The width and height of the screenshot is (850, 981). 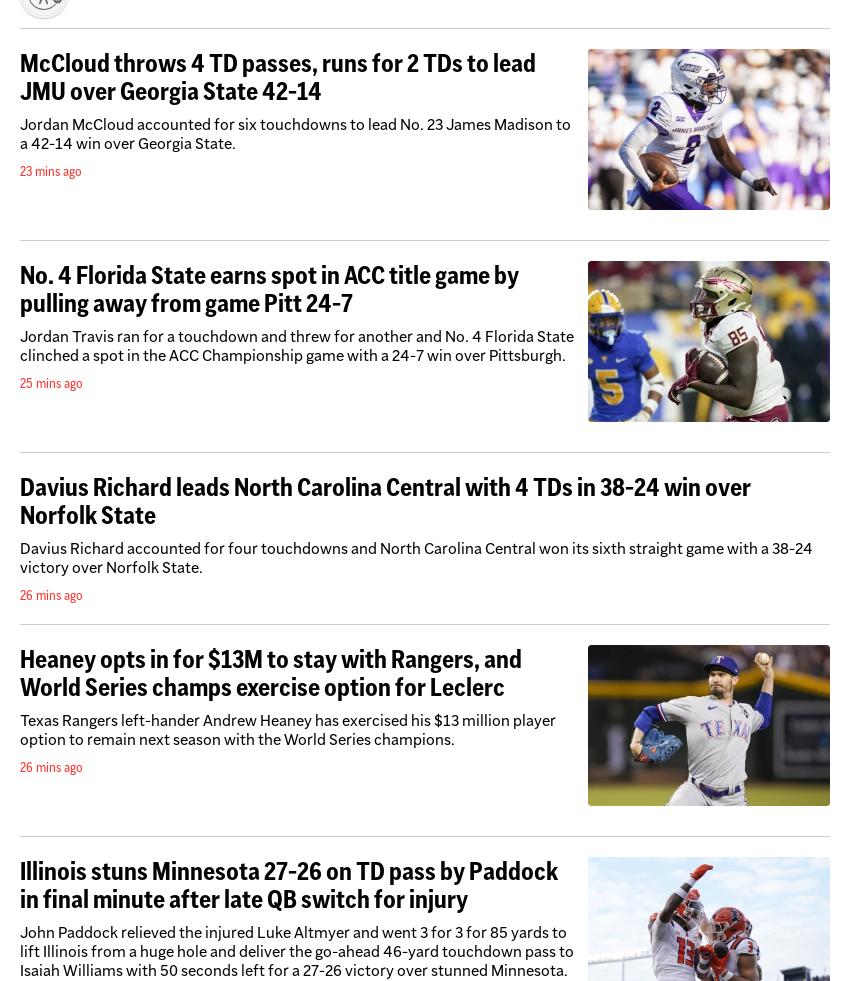 What do you see at coordinates (294, 132) in the screenshot?
I see `'Jordan McCloud accounted for six touchdowns to lead No. 23 James Madison to a 42-14 win over Georgia State.'` at bounding box center [294, 132].